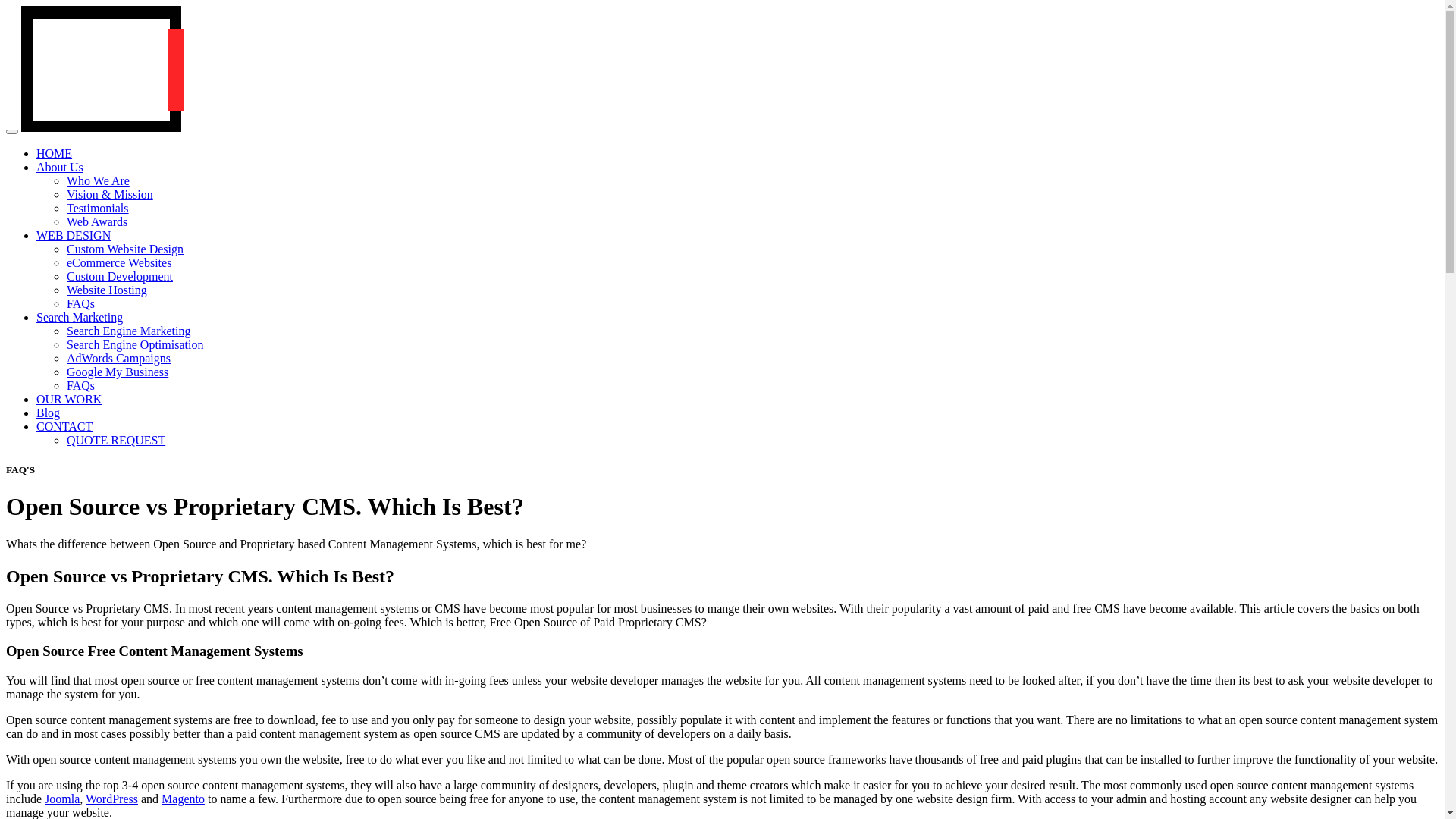 The height and width of the screenshot is (819, 1456). What do you see at coordinates (97, 180) in the screenshot?
I see `'Who We Are'` at bounding box center [97, 180].